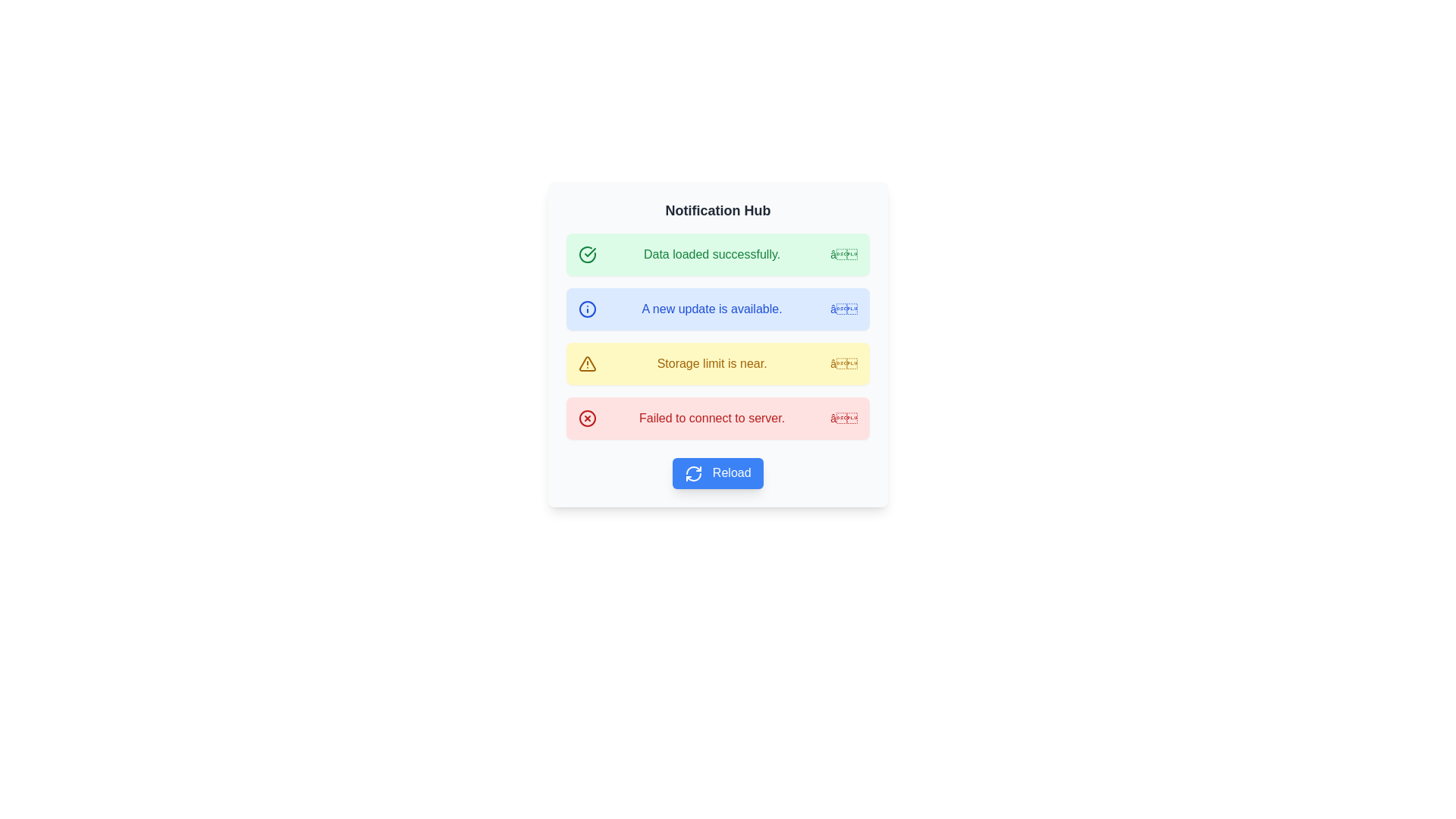 Image resolution: width=1456 pixels, height=819 pixels. I want to click on the dismiss button located at the rightmost region of the red notification bar, which is positioned to the right of the text message 'Failed to connect to server.', so click(843, 418).